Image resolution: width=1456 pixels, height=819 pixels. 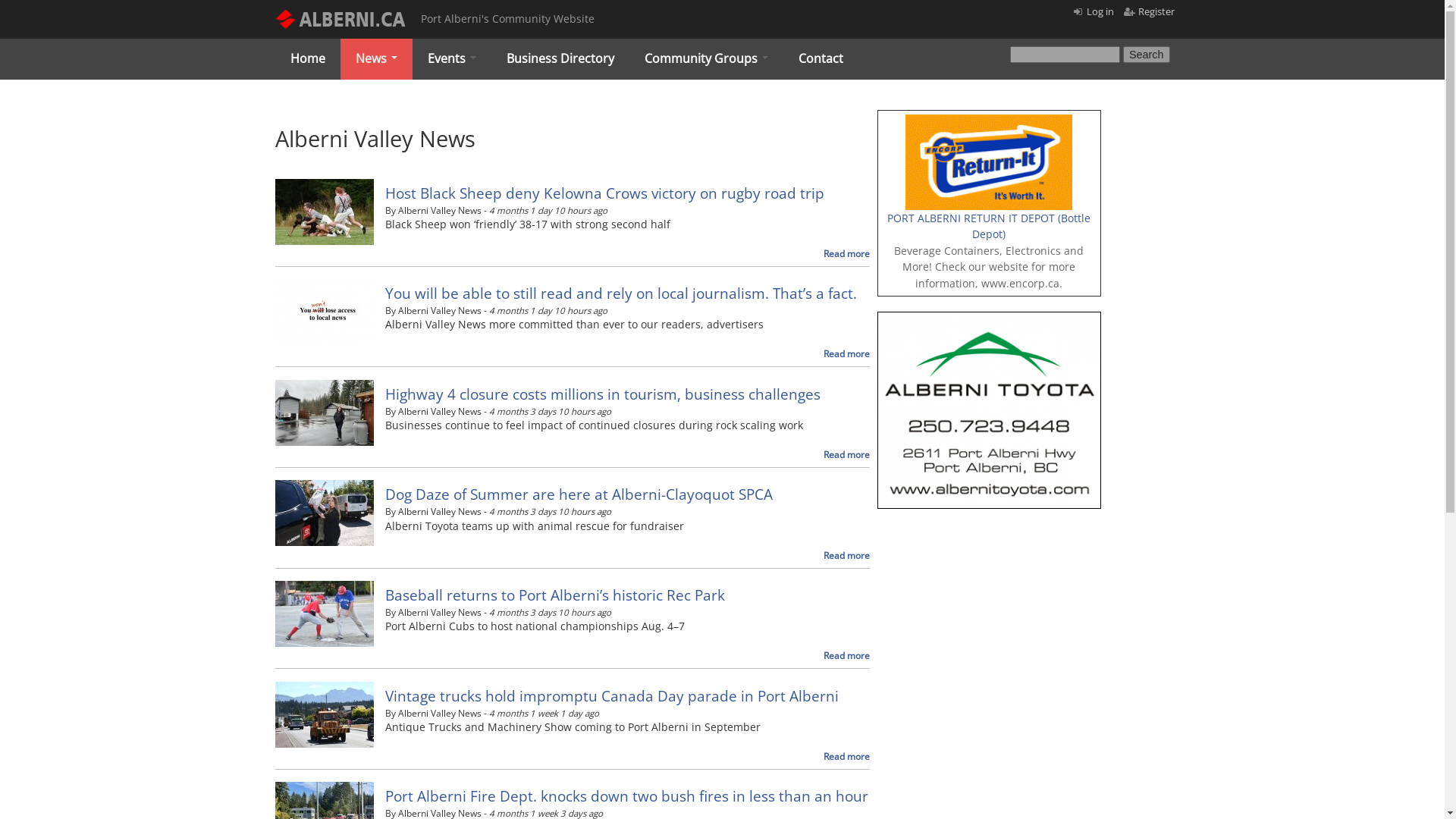 What do you see at coordinates (846, 253) in the screenshot?
I see `'Read more'` at bounding box center [846, 253].